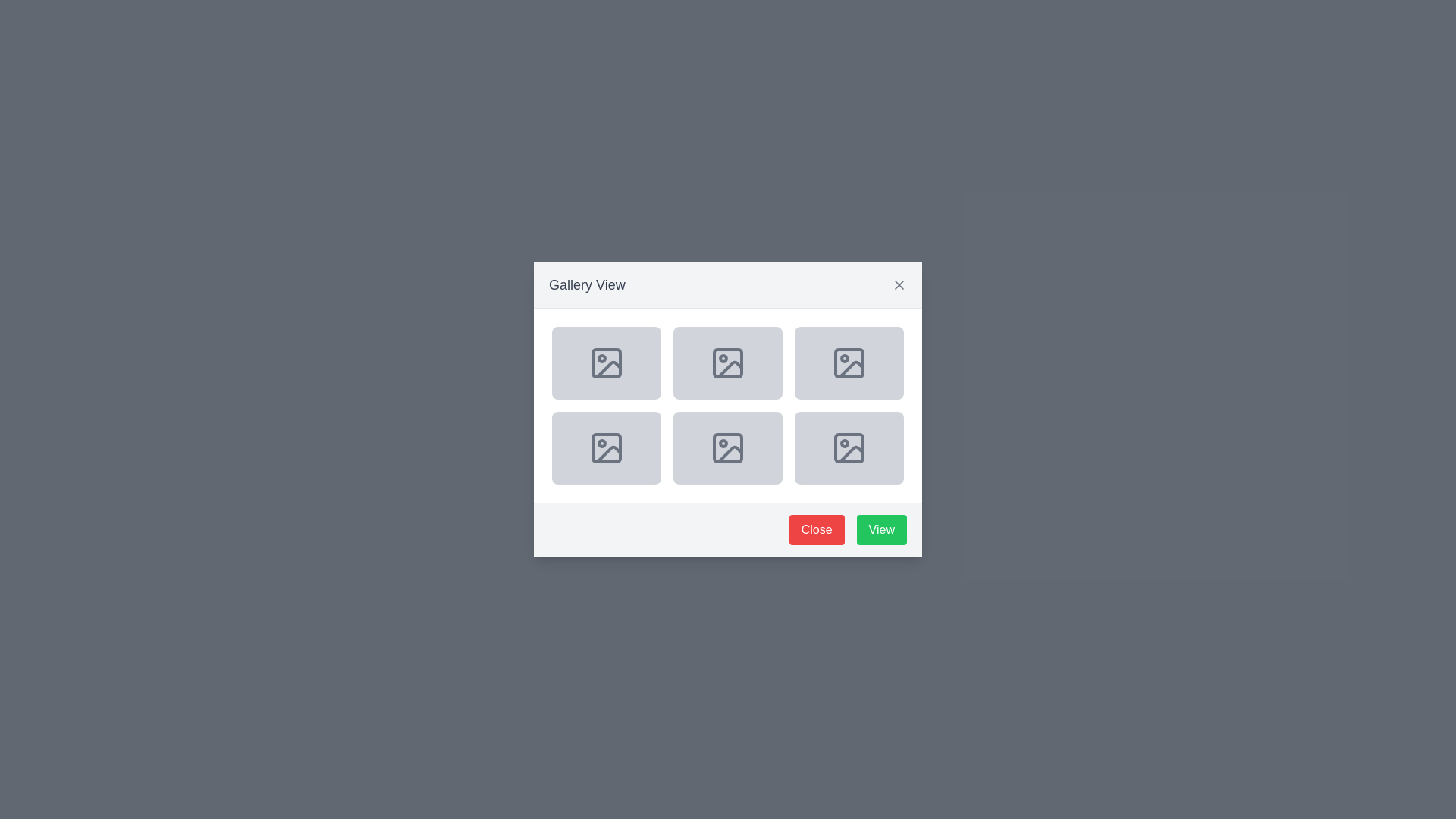  What do you see at coordinates (848, 447) in the screenshot?
I see `the Image Placeholder located in the bottom-right corner of the grid layout containing six similar elements` at bounding box center [848, 447].